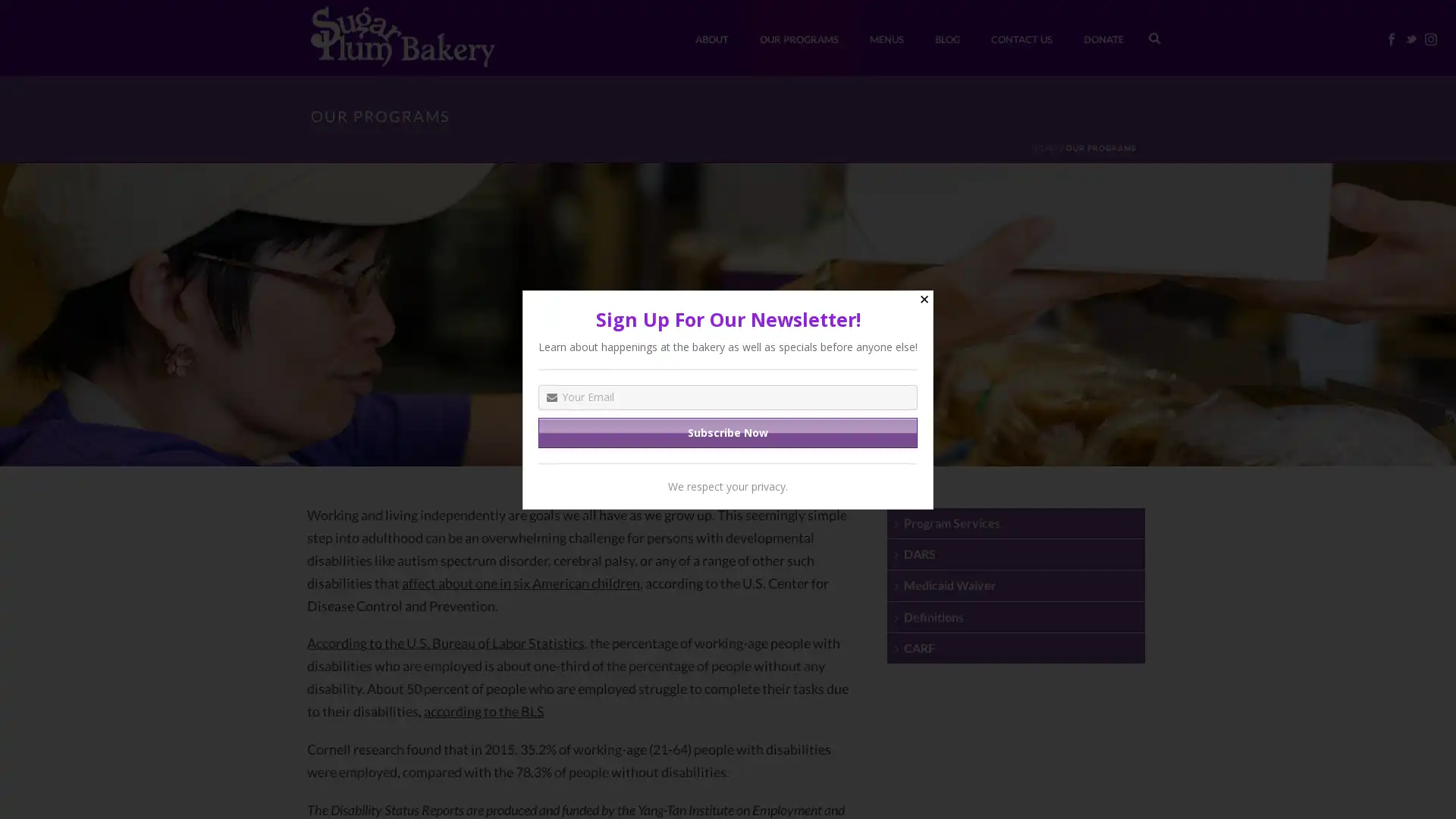 The height and width of the screenshot is (819, 1456). Describe the element at coordinates (728, 432) in the screenshot. I see `Subscribe Now` at that location.